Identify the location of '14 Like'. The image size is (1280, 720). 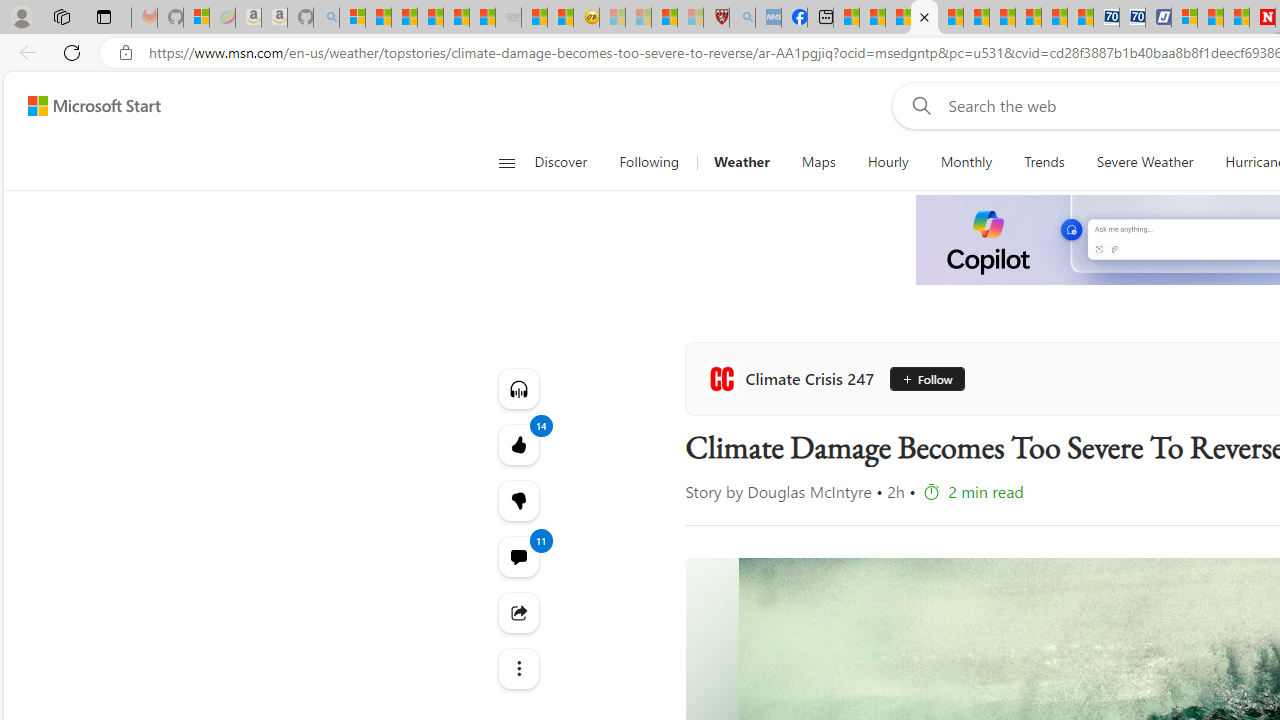
(518, 443).